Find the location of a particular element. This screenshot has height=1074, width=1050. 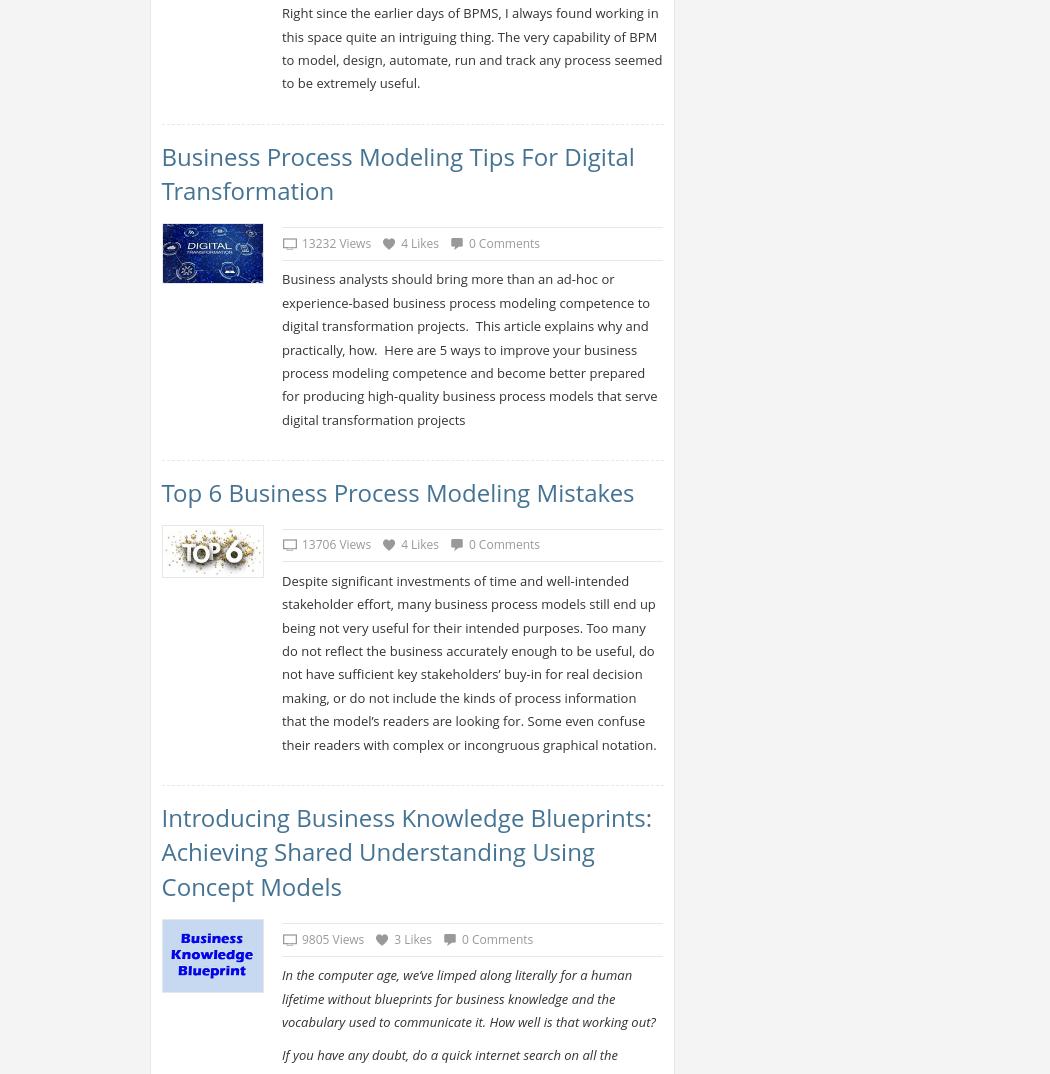

'3 Likes' is located at coordinates (412, 938).